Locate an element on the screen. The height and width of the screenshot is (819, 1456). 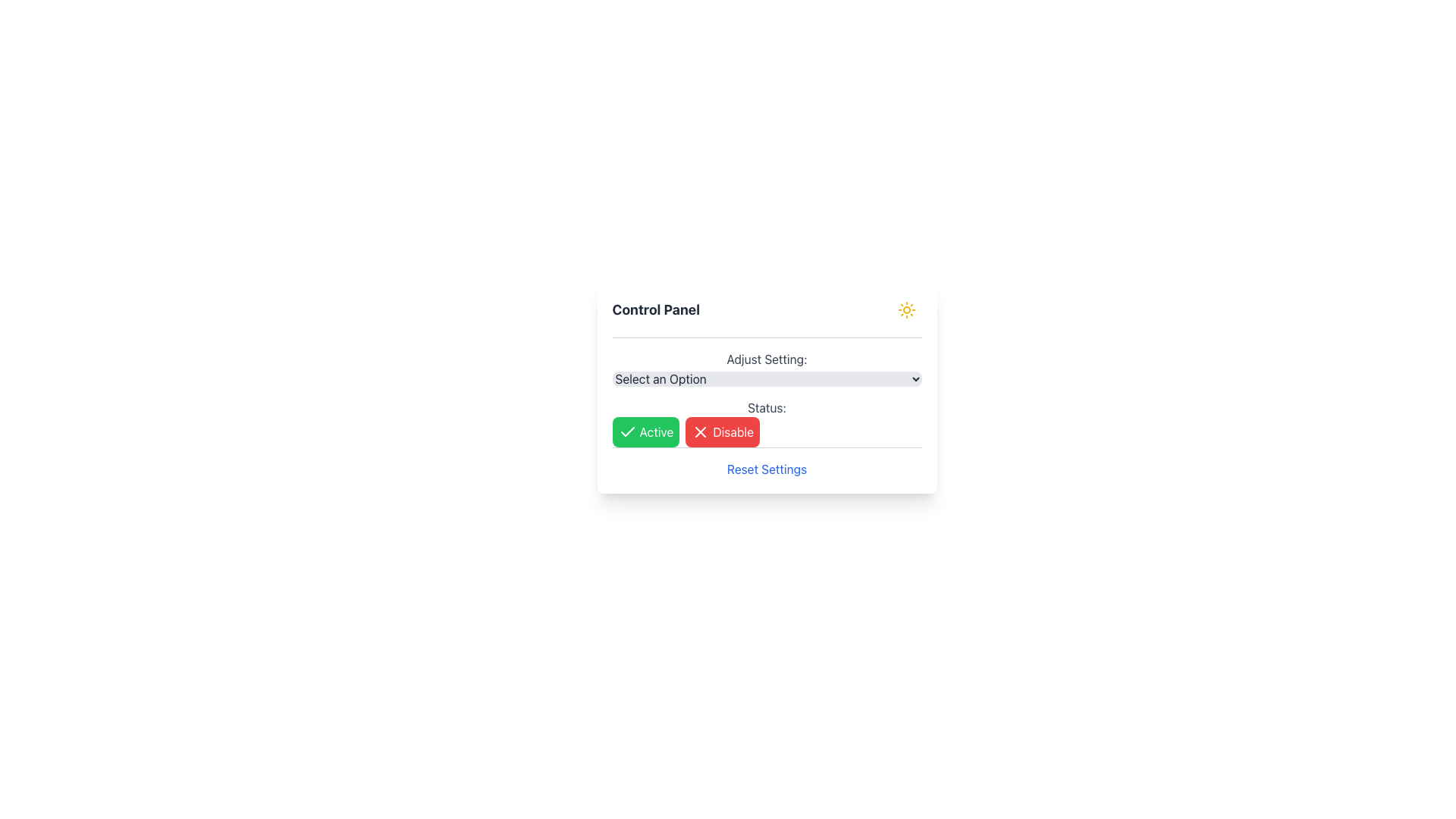
the sun icon located in the upper-right section of the Control Panel interface to change settings is located at coordinates (906, 309).